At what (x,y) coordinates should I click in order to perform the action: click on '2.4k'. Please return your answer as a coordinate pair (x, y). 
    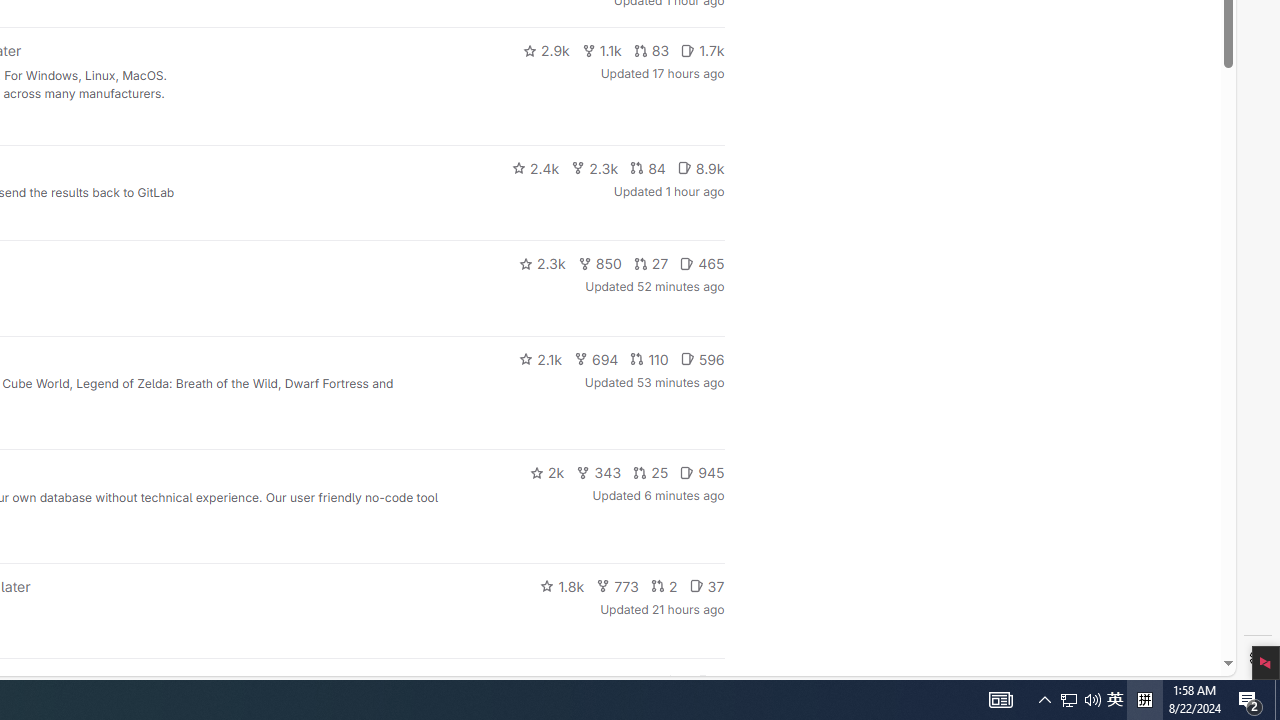
    Looking at the image, I should click on (535, 167).